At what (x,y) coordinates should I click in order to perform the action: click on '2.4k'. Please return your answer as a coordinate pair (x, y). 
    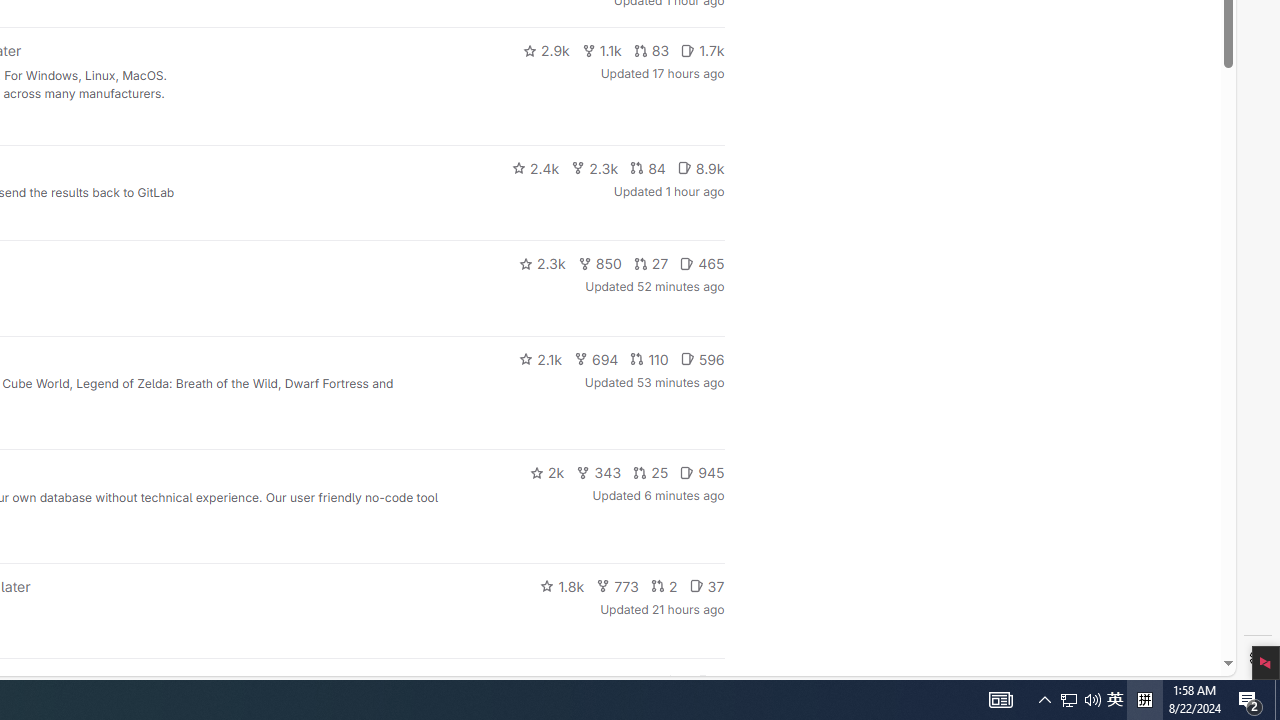
    Looking at the image, I should click on (535, 167).